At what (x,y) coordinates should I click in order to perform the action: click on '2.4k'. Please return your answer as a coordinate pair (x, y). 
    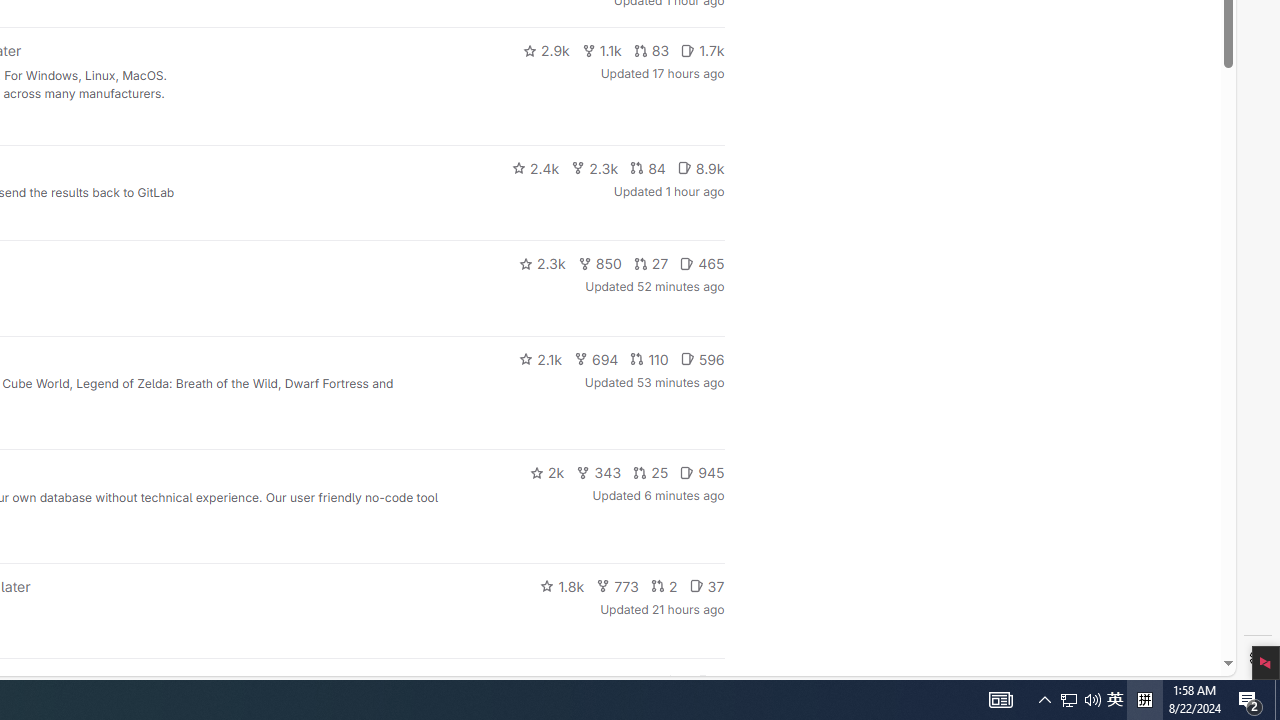
    Looking at the image, I should click on (535, 167).